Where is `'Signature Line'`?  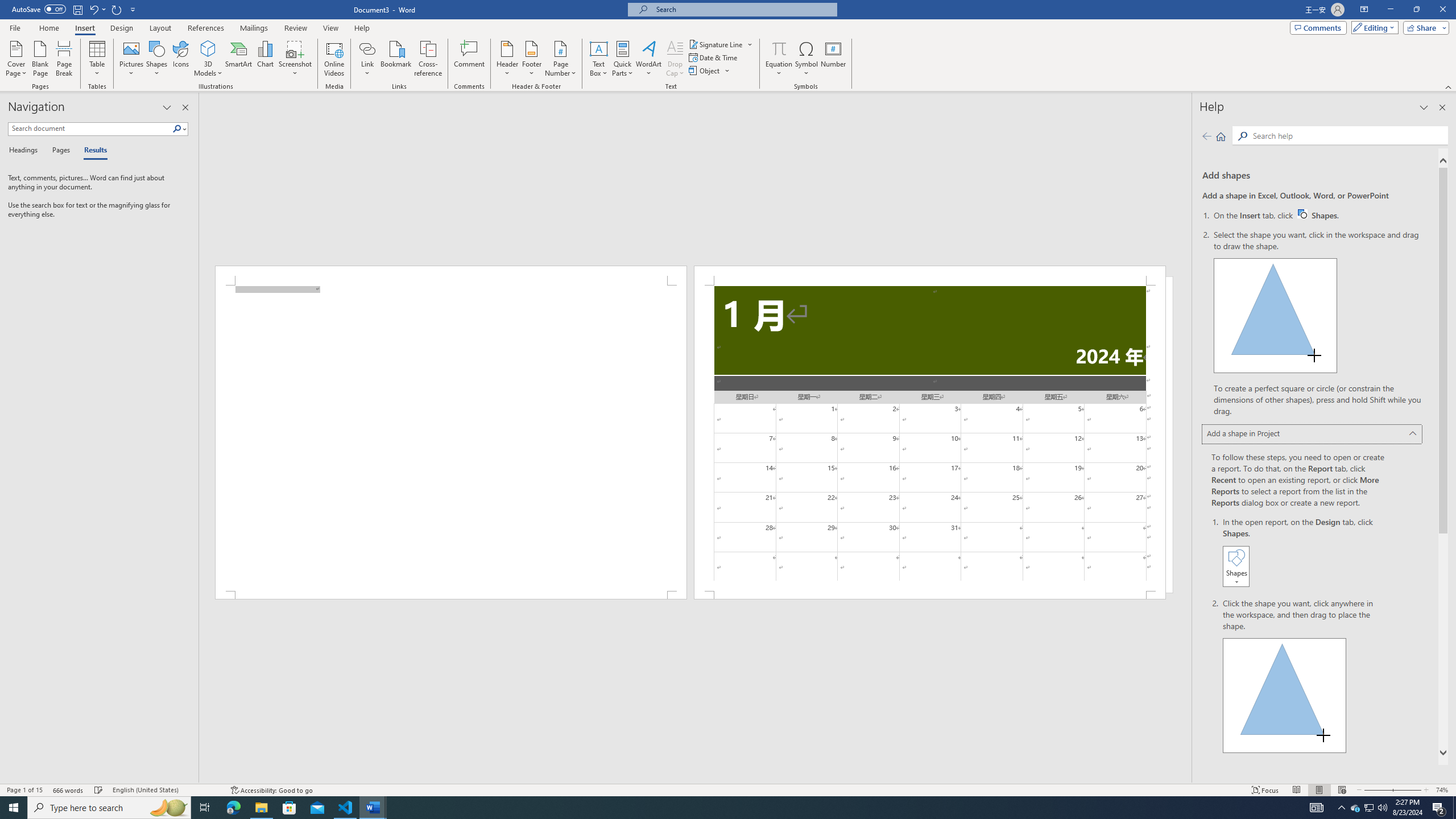
'Signature Line' is located at coordinates (721, 44).